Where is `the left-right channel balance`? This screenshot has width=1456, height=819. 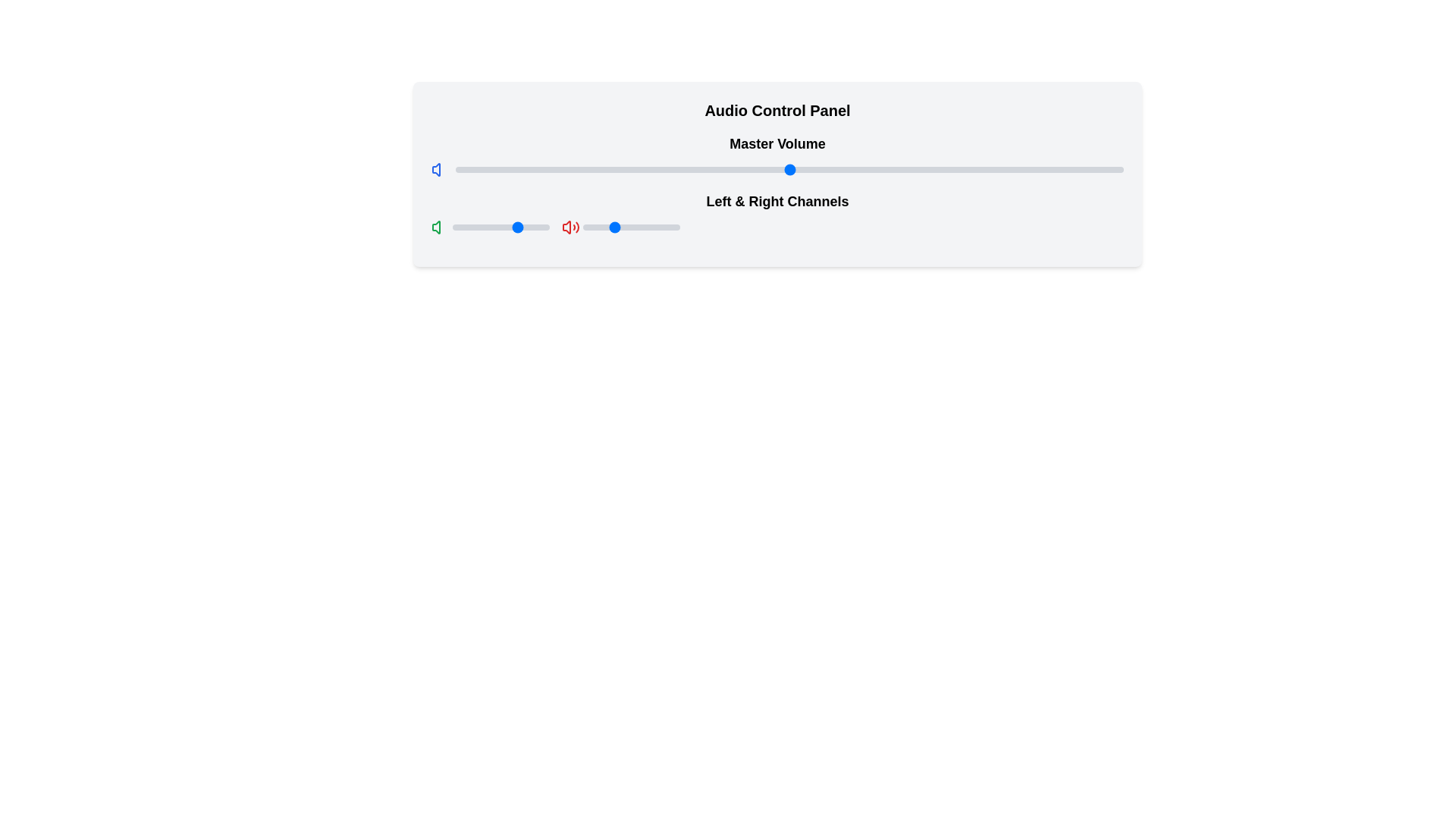 the left-right channel balance is located at coordinates (520, 227).